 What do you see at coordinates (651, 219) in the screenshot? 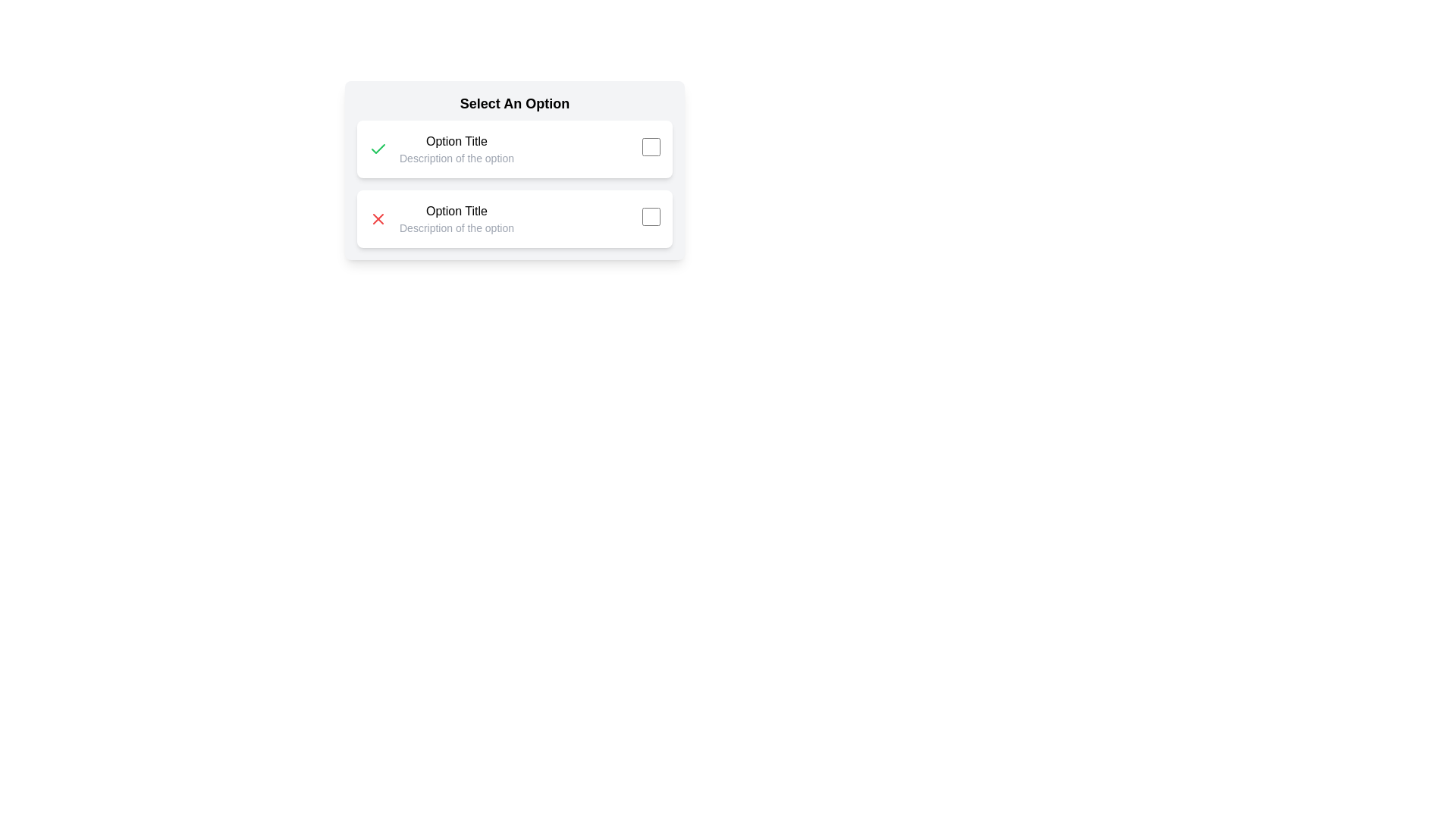
I see `the checkbox located at the far-right end of the second card, directly to the right of the text 'Option Title' and 'Description of the option'` at bounding box center [651, 219].